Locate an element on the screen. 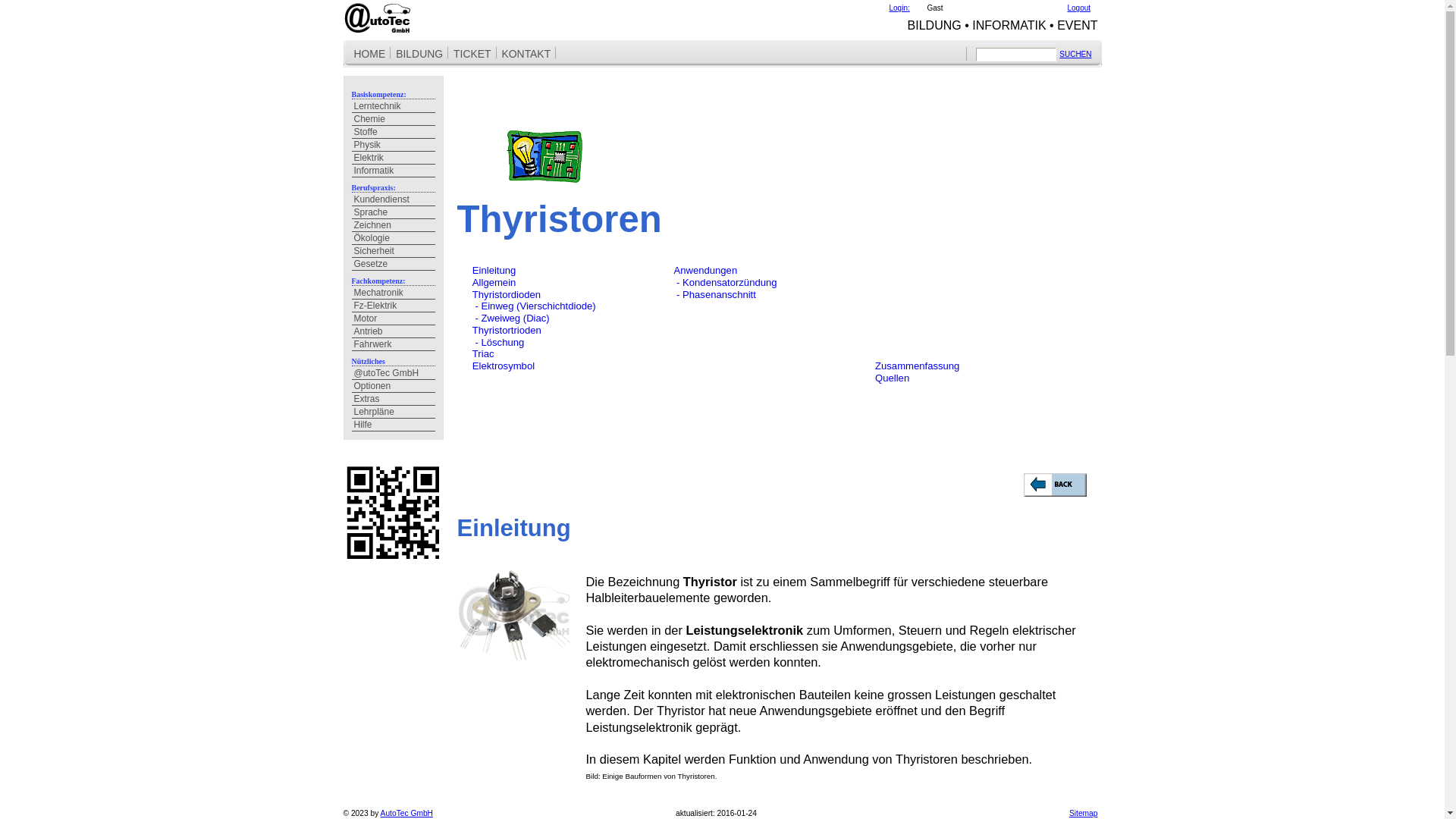  'Home @utoTec GmbH' is located at coordinates (377, 17).